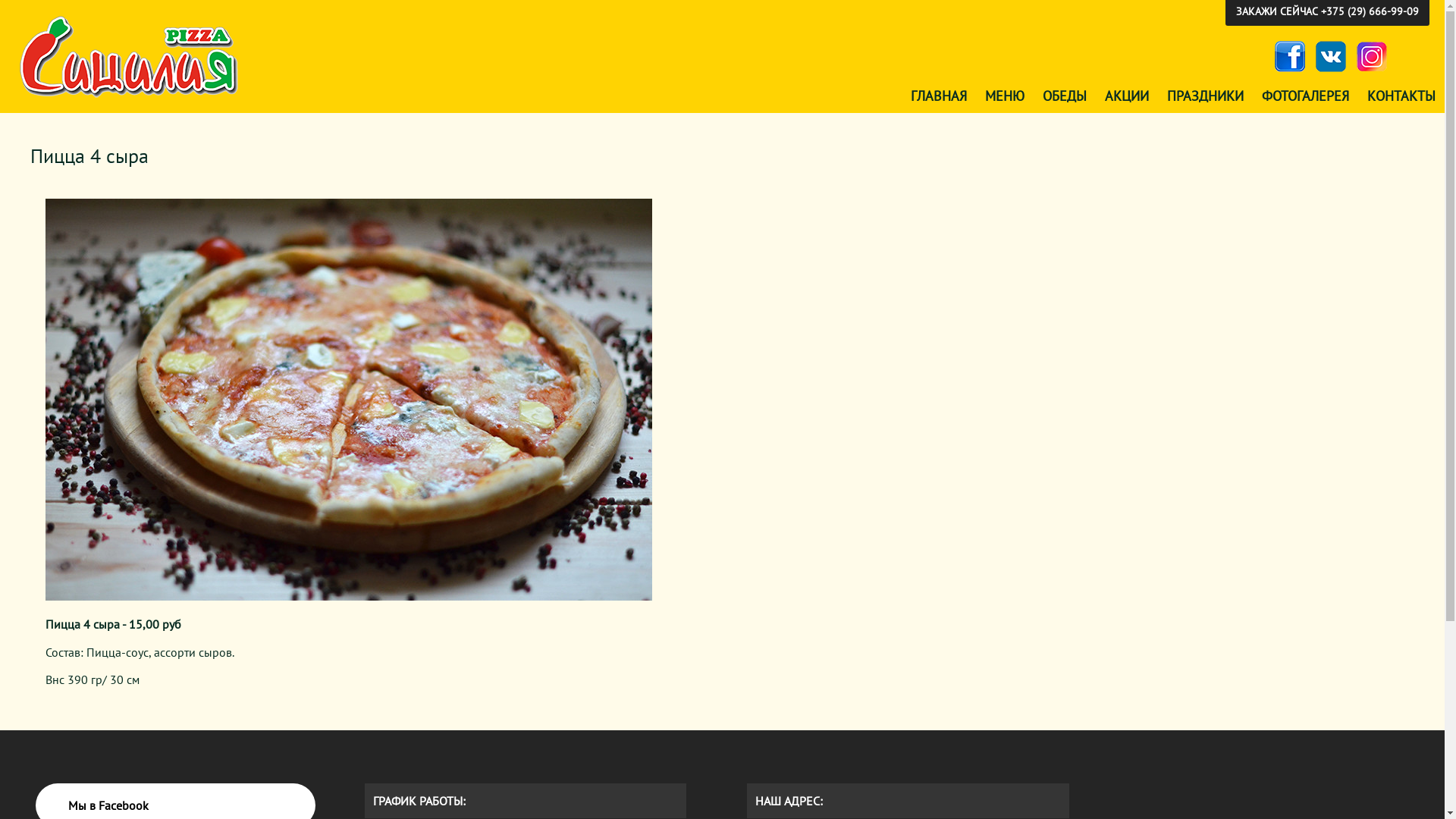  What do you see at coordinates (130, 56) in the screenshot?
I see `'pizzasicilia.by'` at bounding box center [130, 56].